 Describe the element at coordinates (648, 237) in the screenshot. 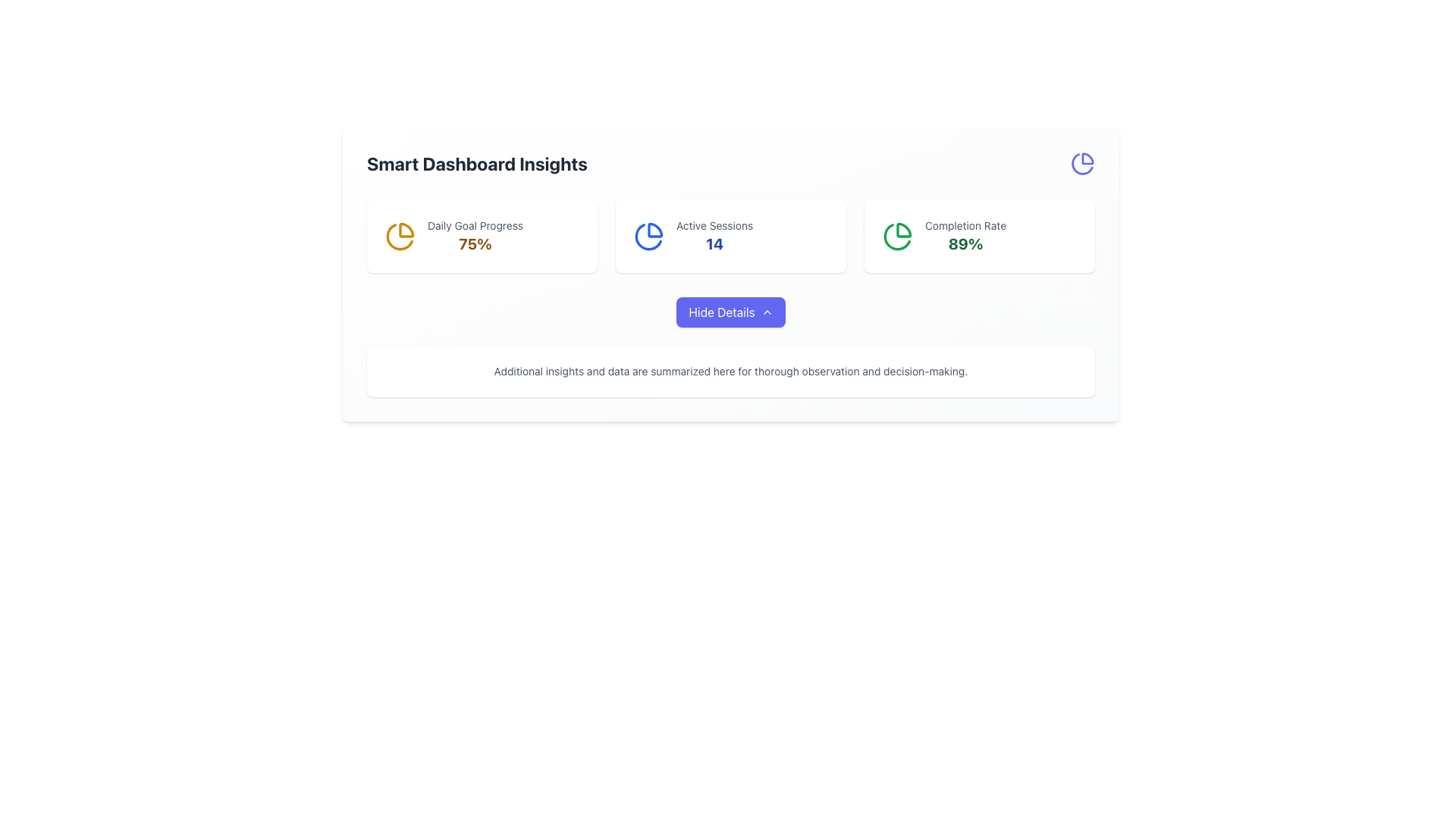

I see `the 'Active Sessions' icon located inside the white panel that visually indicates the 'Active Sessions' metric, positioned to the left of the 'Active Sessions' text and number (14)` at that location.